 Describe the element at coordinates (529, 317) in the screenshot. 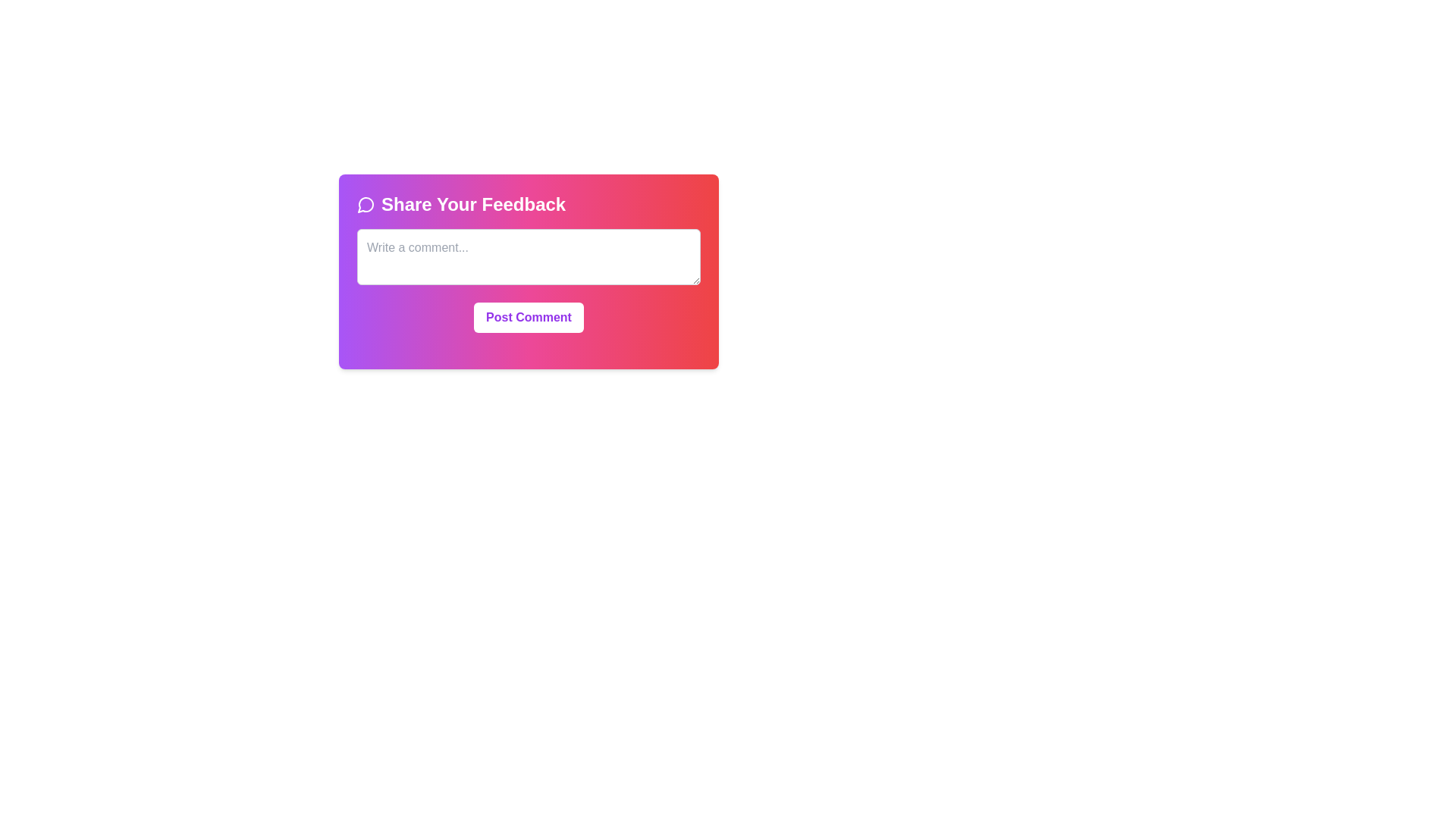

I see `the 'Post Comment' button, which is a rectangular button with rounded edges, white background, and purple text, to change its background color to gray` at that location.